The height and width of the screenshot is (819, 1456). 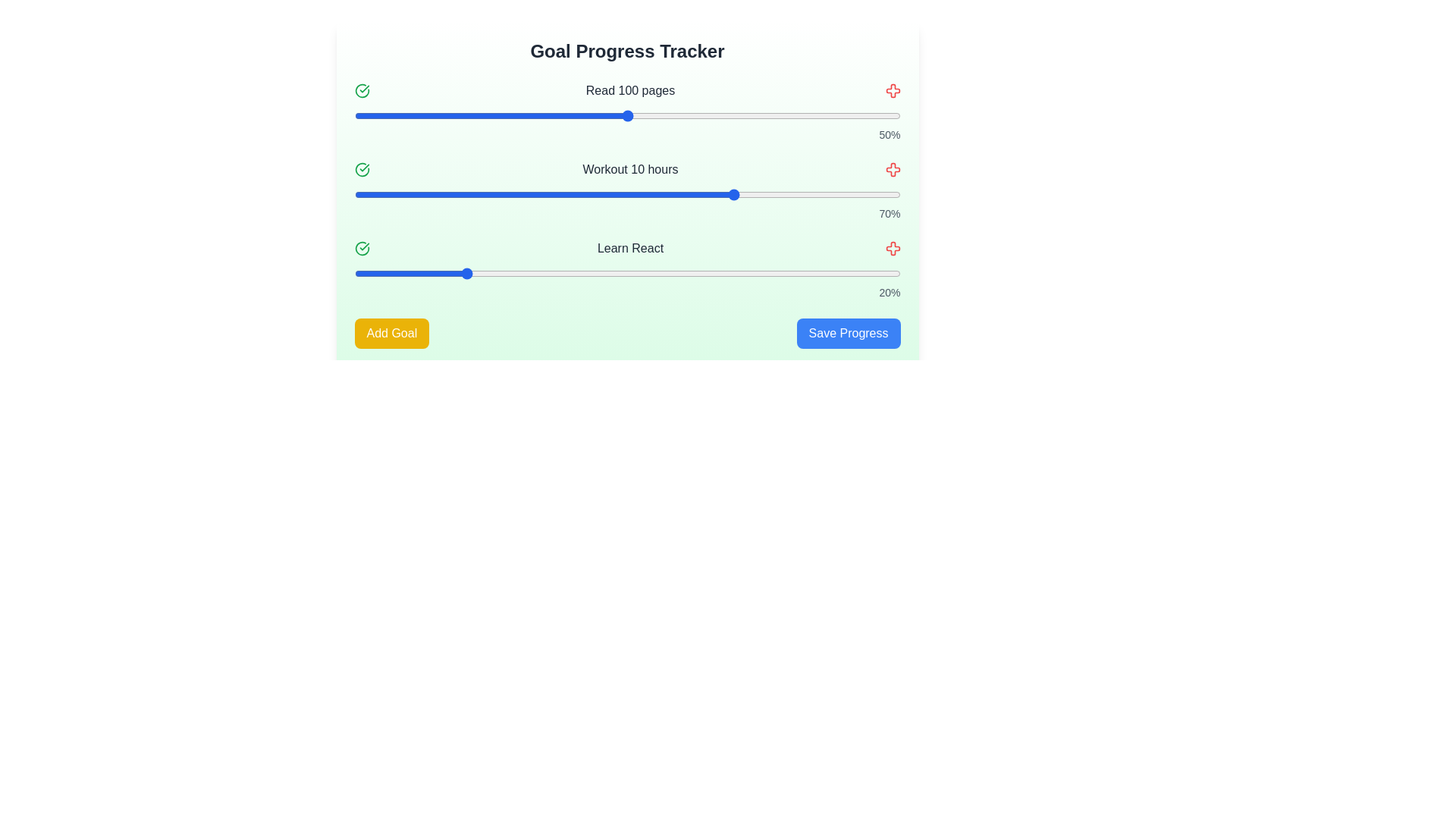 What do you see at coordinates (452, 115) in the screenshot?
I see `the progress slider for the goal 'Read 100 pages' to 18%` at bounding box center [452, 115].